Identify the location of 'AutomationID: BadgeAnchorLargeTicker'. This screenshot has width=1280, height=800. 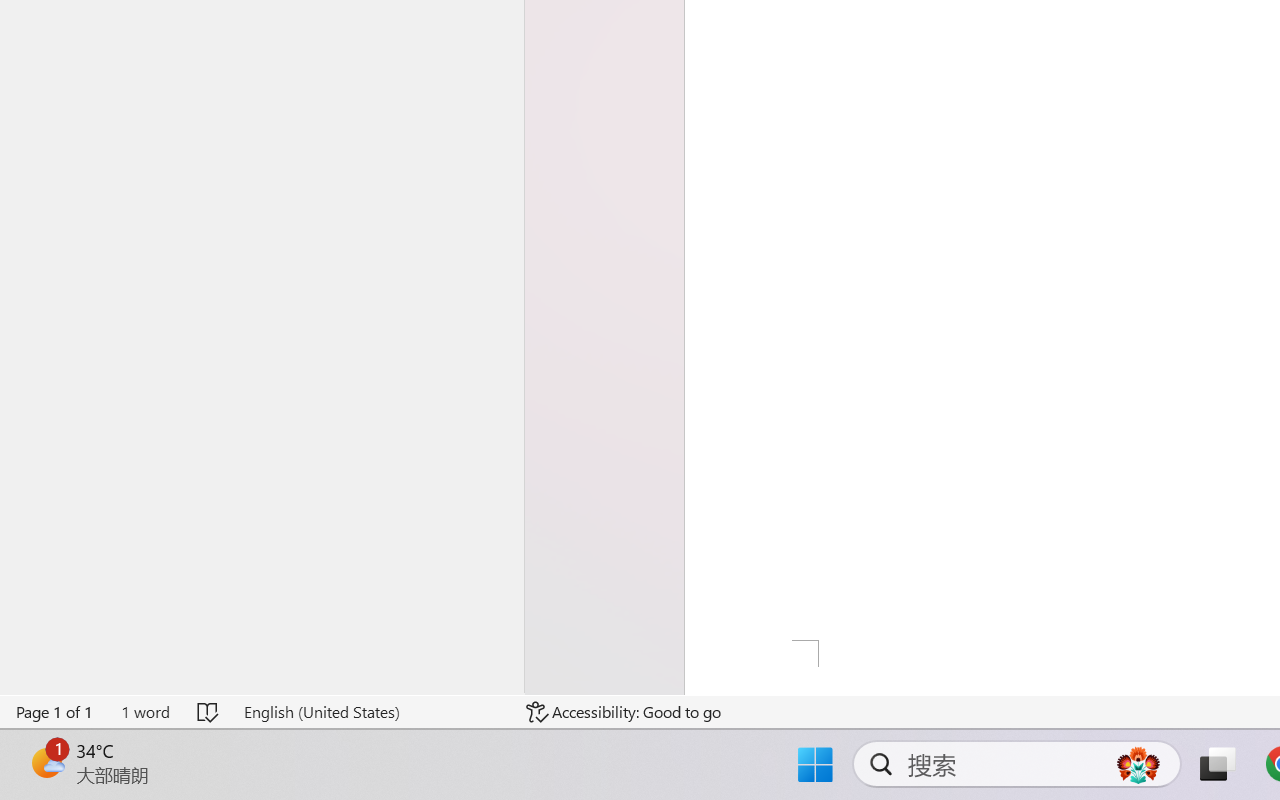
(46, 762).